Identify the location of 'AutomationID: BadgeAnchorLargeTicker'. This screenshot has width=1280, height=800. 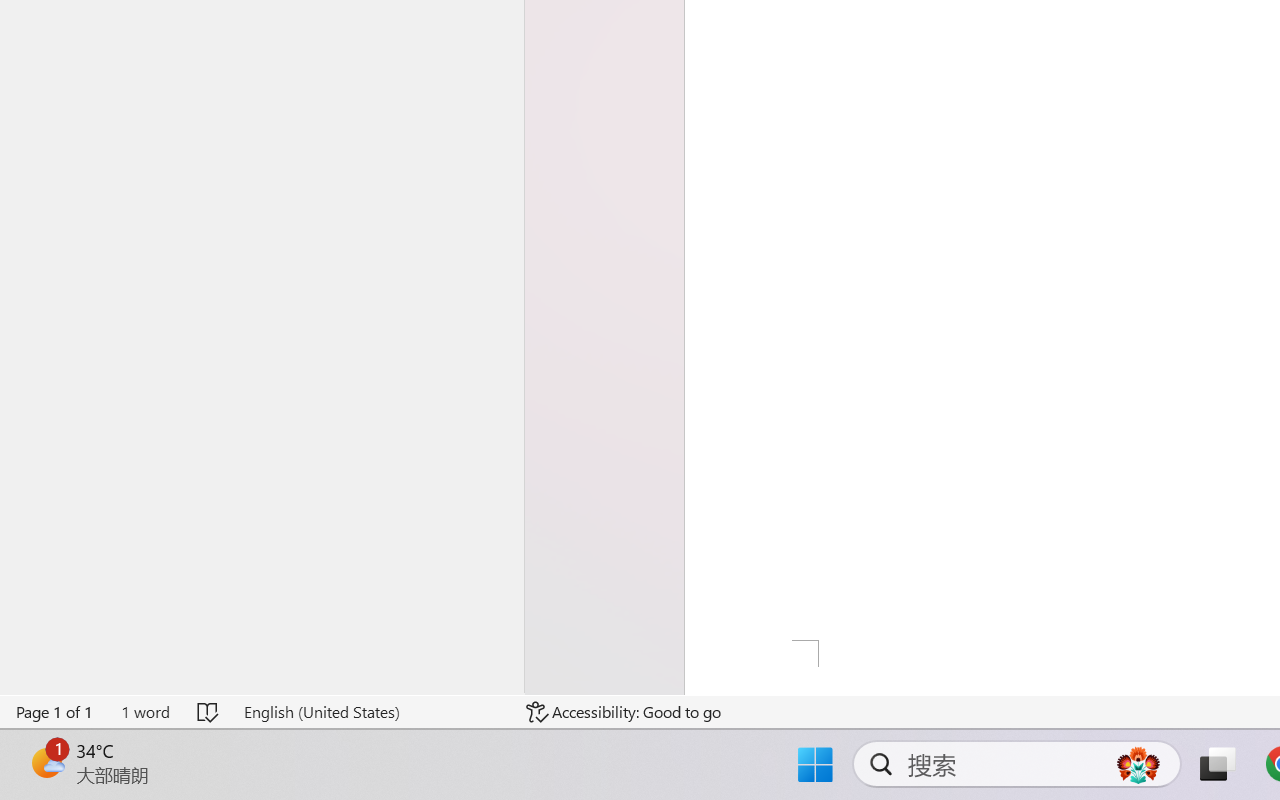
(46, 762).